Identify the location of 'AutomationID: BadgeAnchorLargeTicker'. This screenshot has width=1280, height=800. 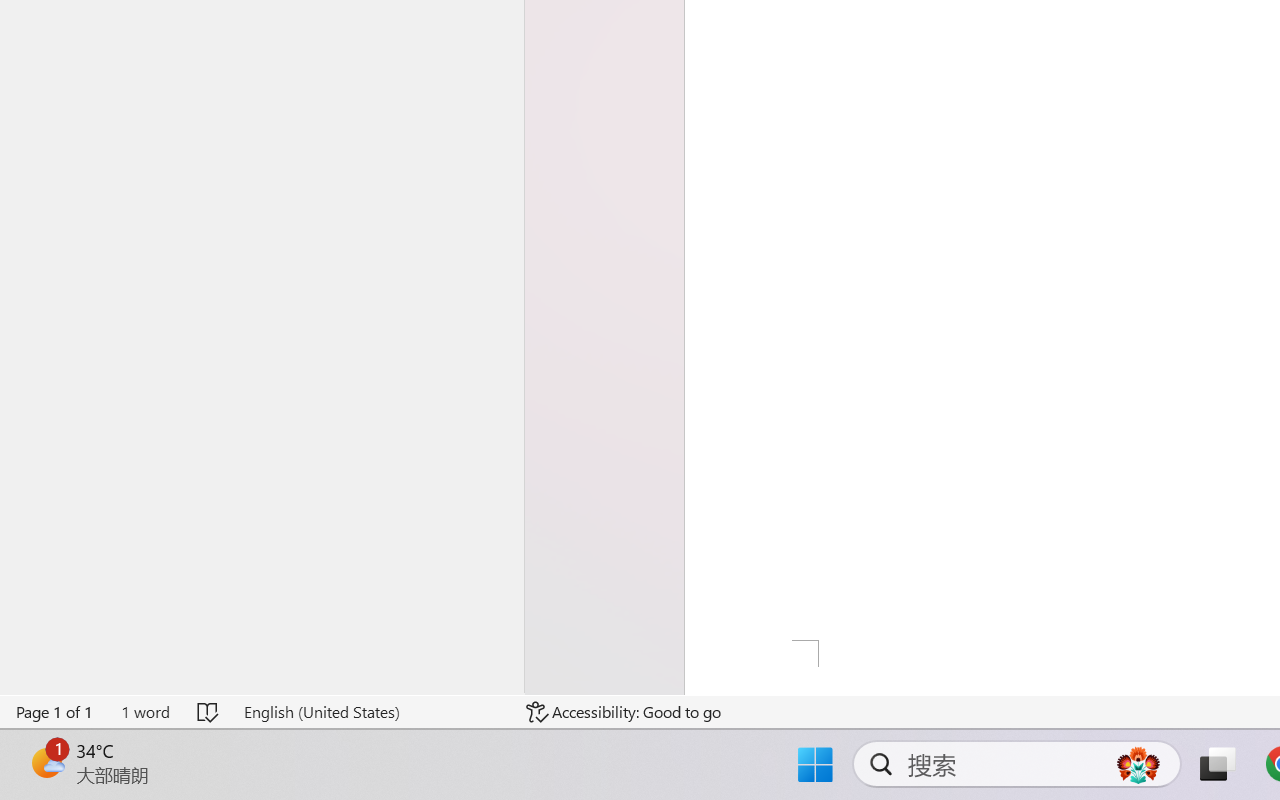
(46, 762).